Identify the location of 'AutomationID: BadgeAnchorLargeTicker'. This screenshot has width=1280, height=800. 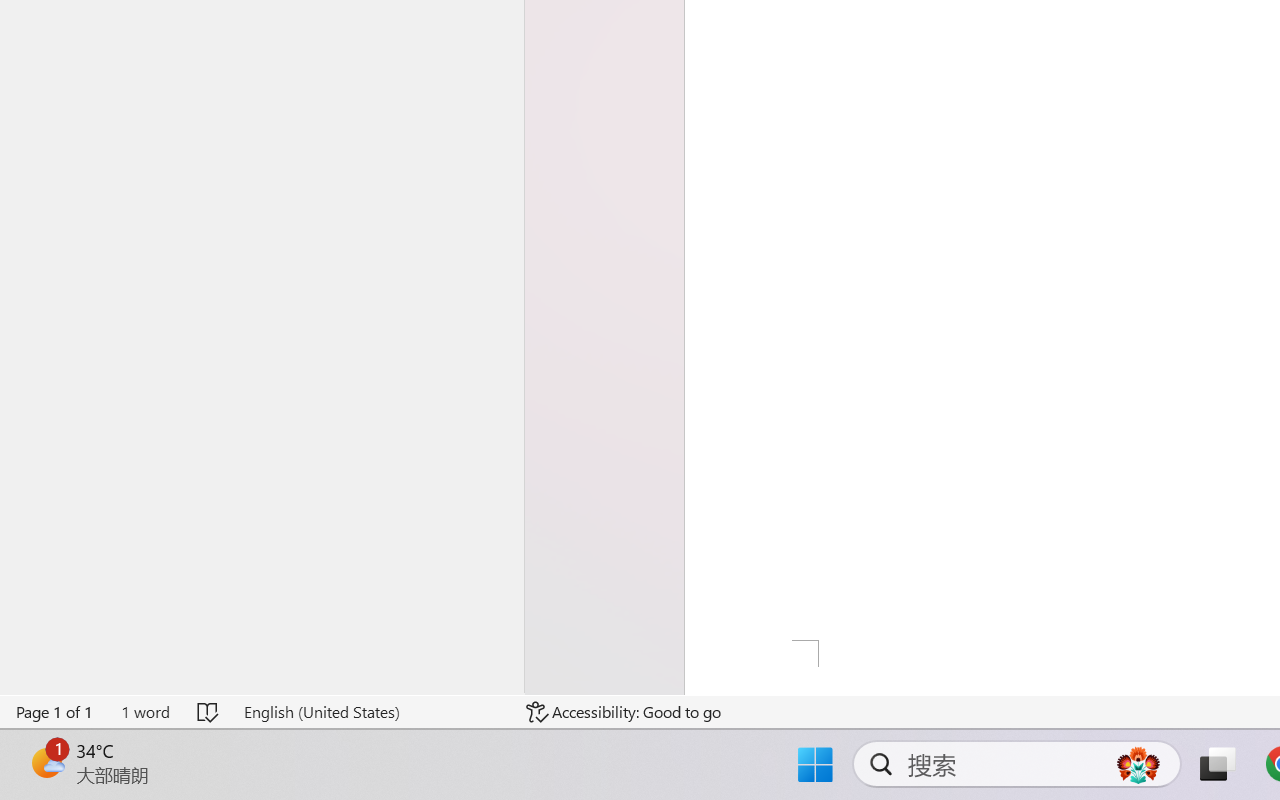
(46, 762).